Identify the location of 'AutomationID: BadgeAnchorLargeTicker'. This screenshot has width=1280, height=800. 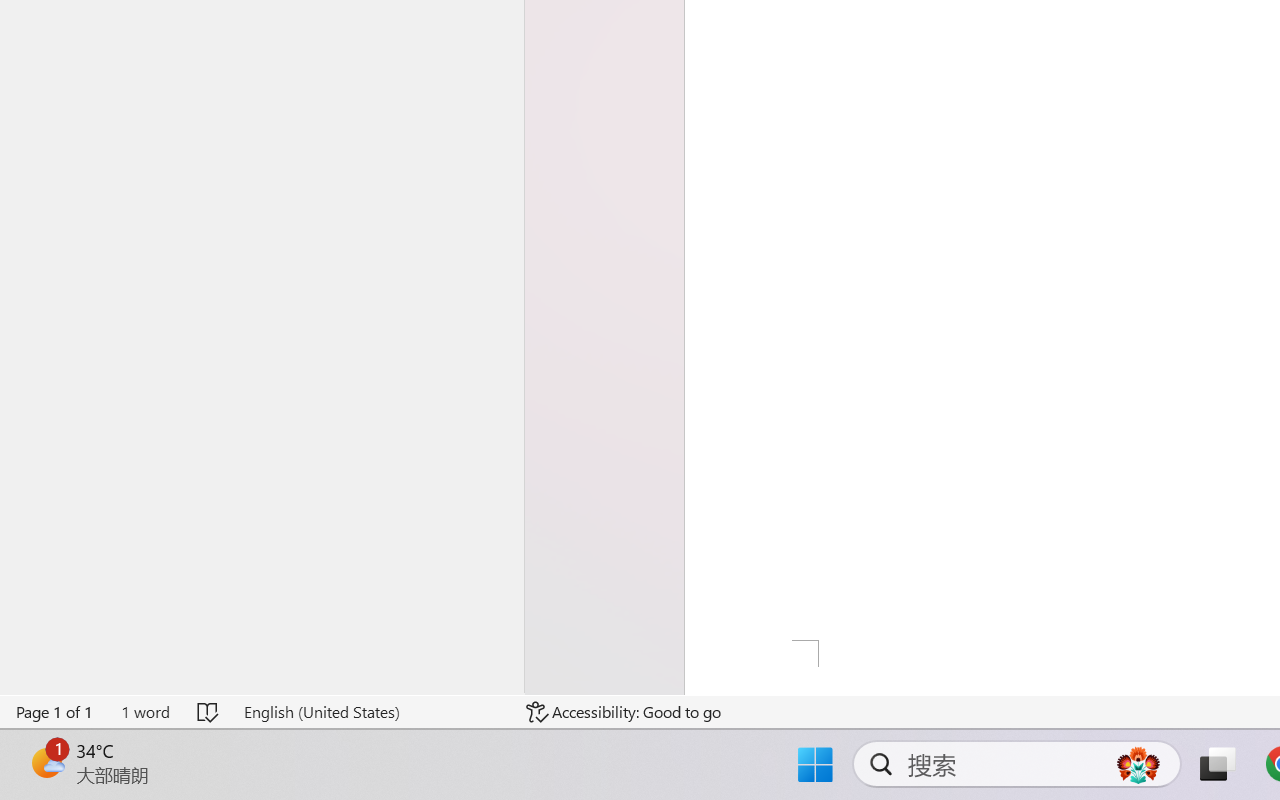
(46, 762).